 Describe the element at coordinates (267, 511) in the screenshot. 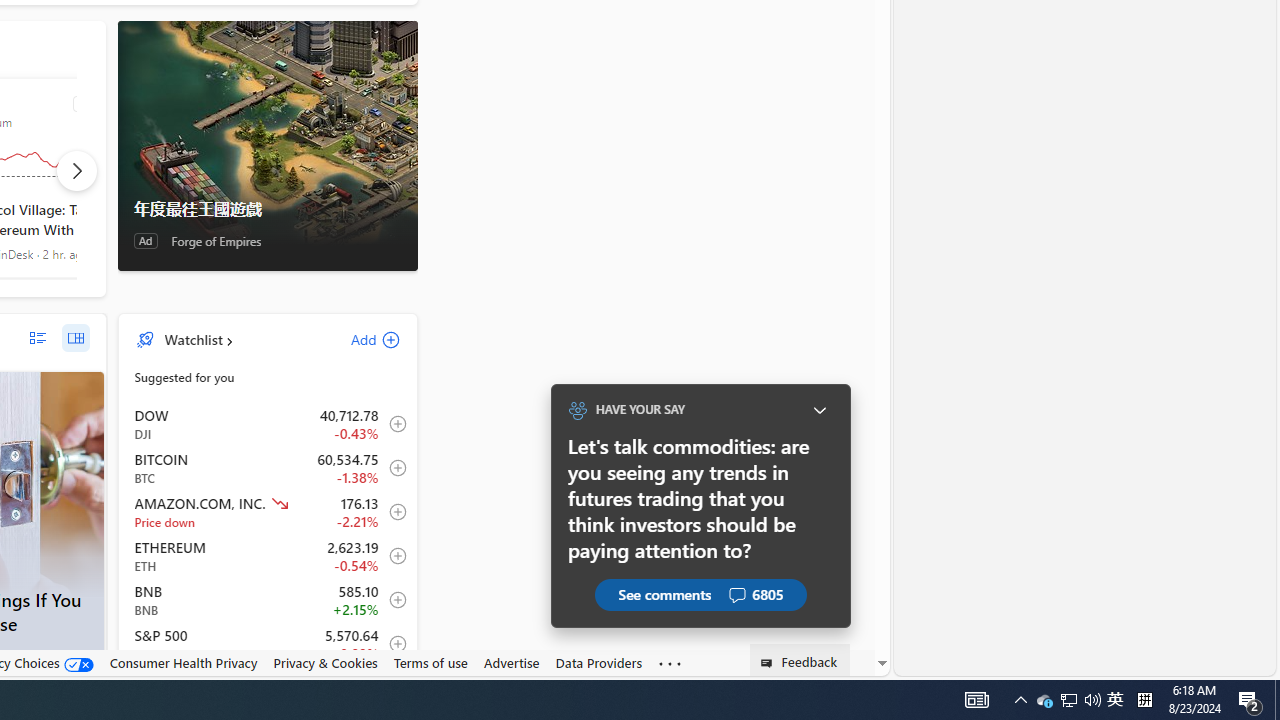

I see `'AMZN AMAZON.COM, INC. decrease 176.13 -3.98 -2.21% item2'` at that location.